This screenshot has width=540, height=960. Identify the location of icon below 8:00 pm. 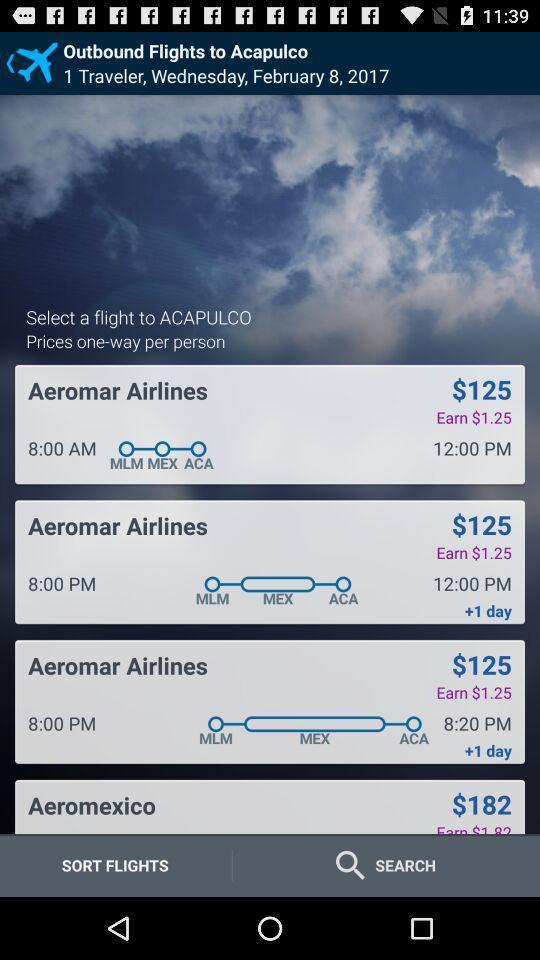
(91, 805).